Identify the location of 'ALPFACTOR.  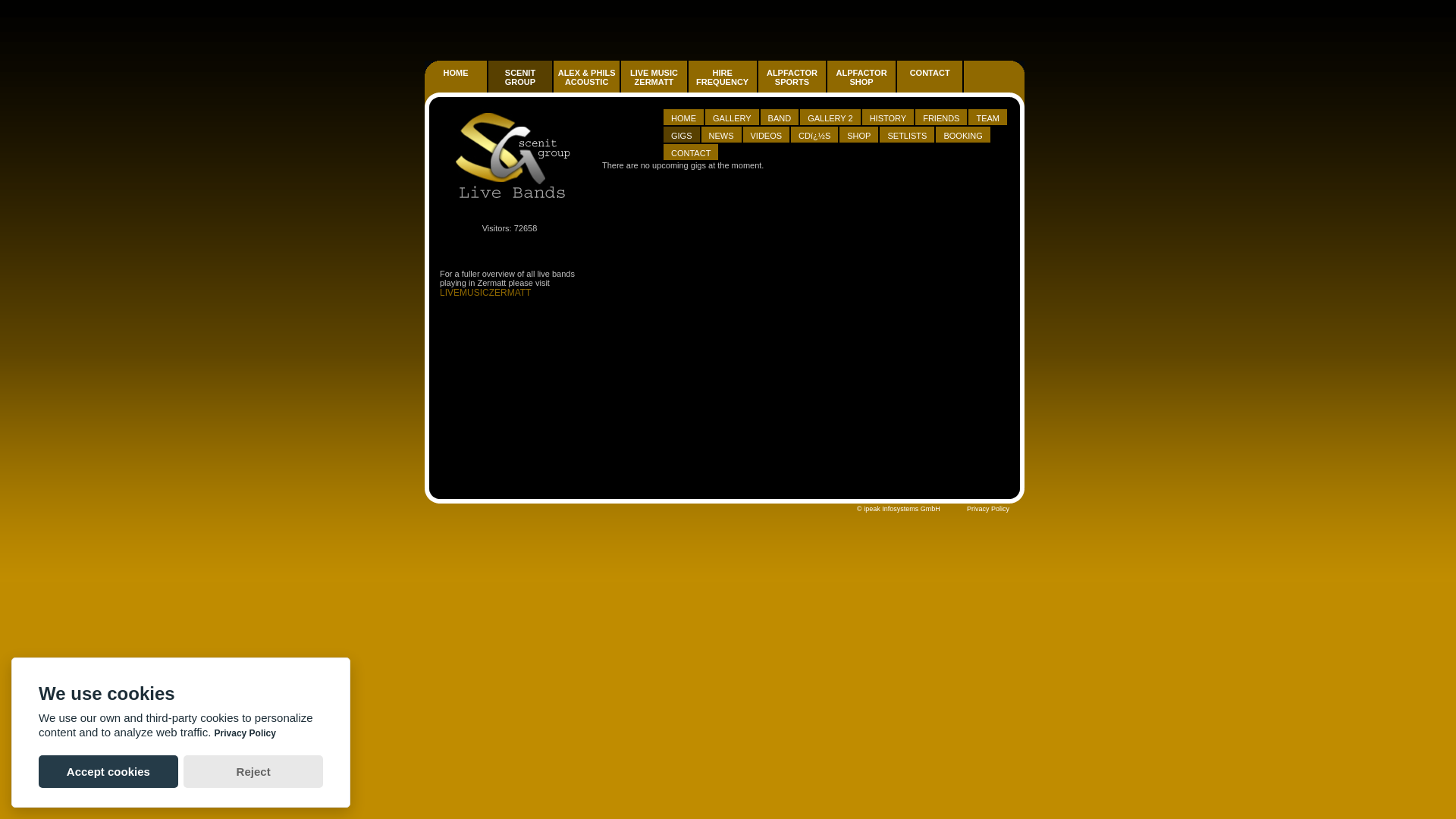
(758, 84).